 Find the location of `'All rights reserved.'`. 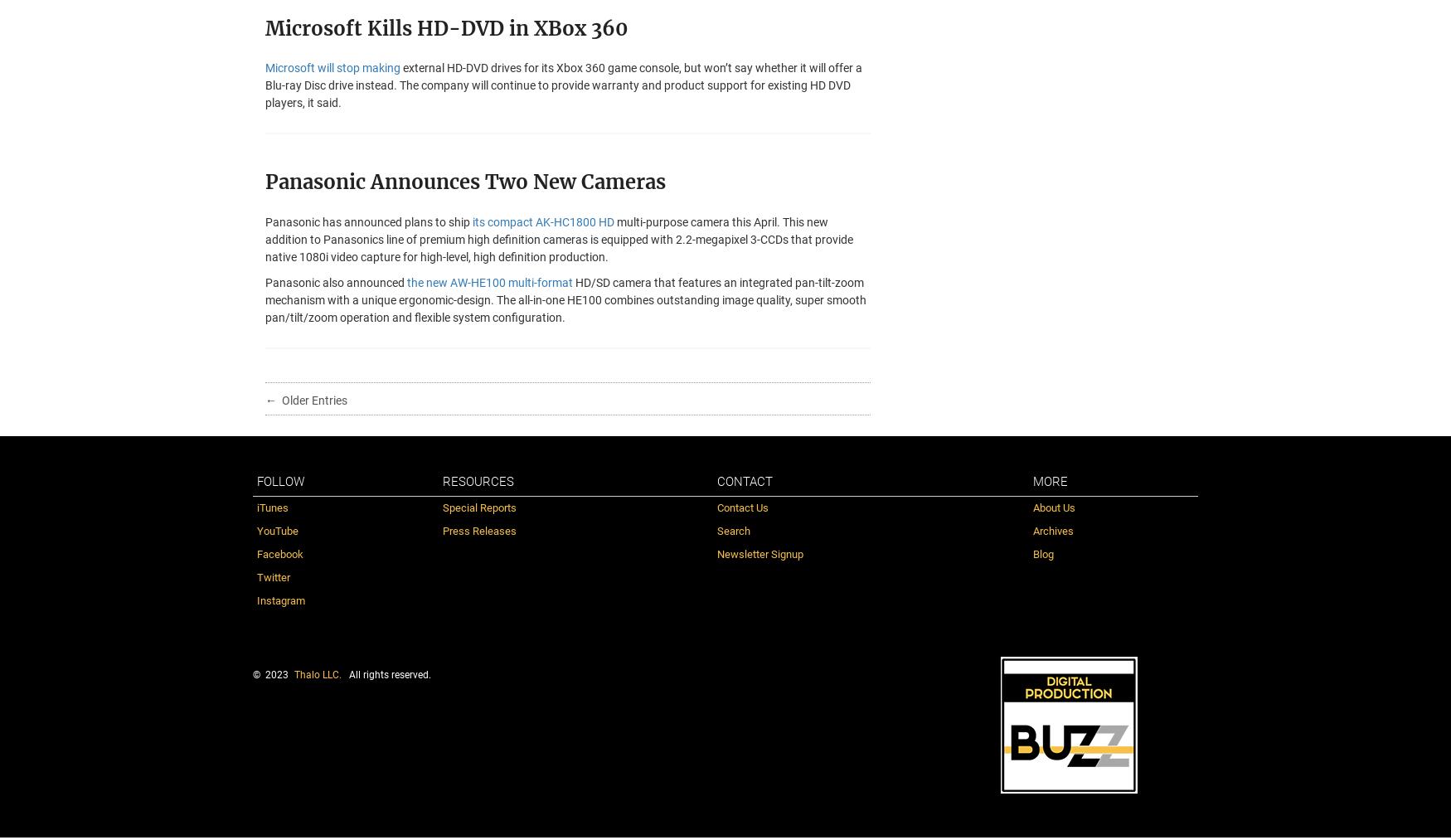

'All rights reserved.' is located at coordinates (389, 674).